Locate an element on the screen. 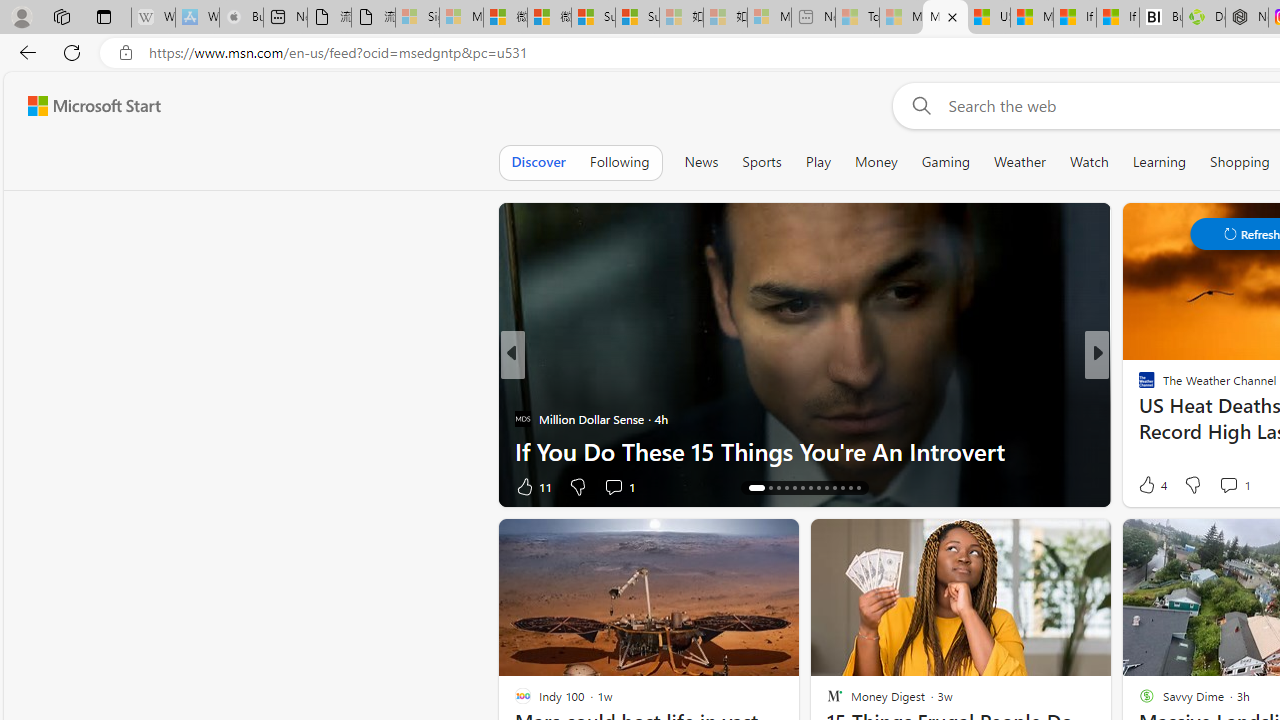  'Million Dollar Sense' is located at coordinates (522, 418).